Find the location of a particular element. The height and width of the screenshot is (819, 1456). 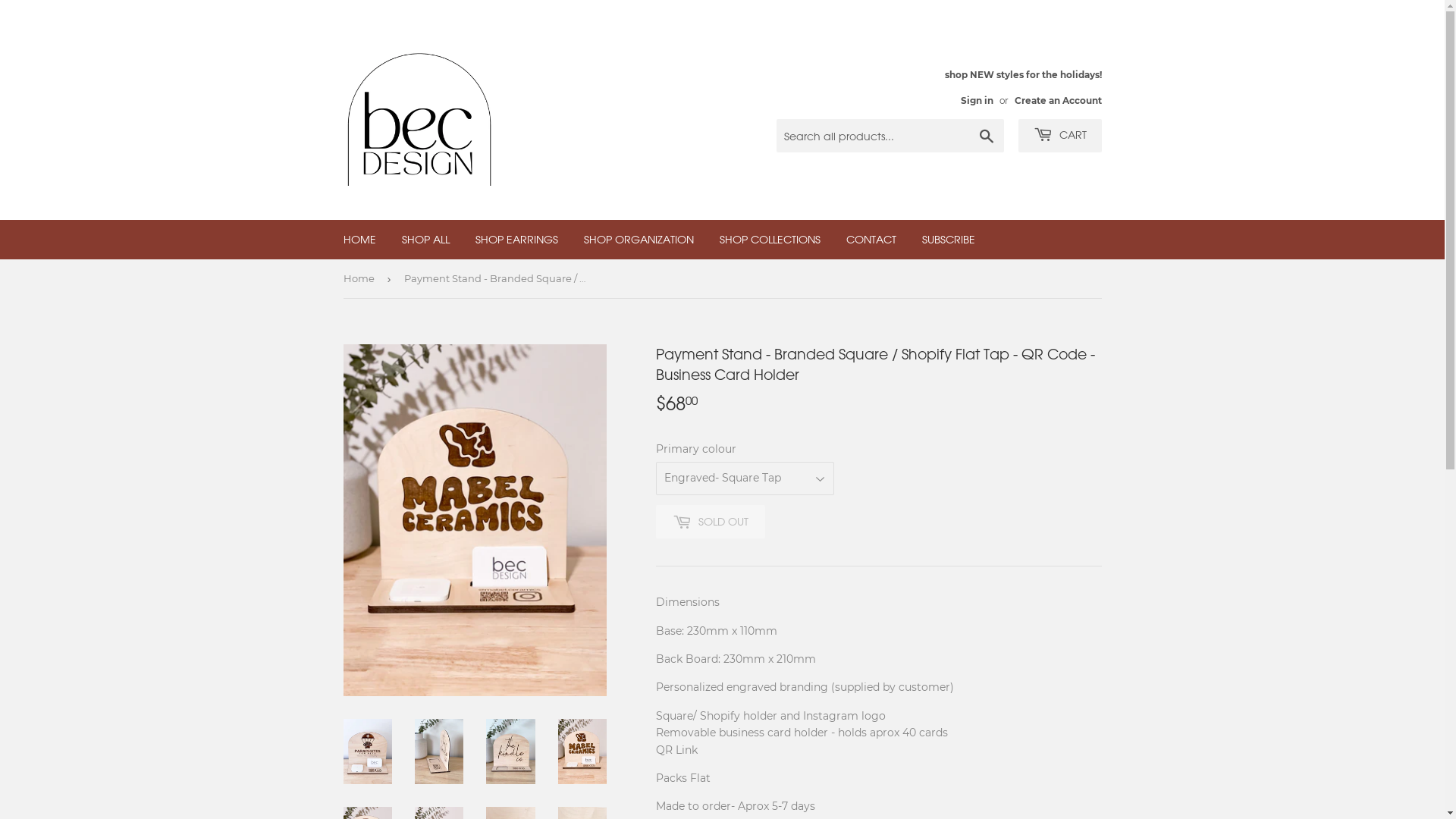

'SHOP ALL' is located at coordinates (389, 239).